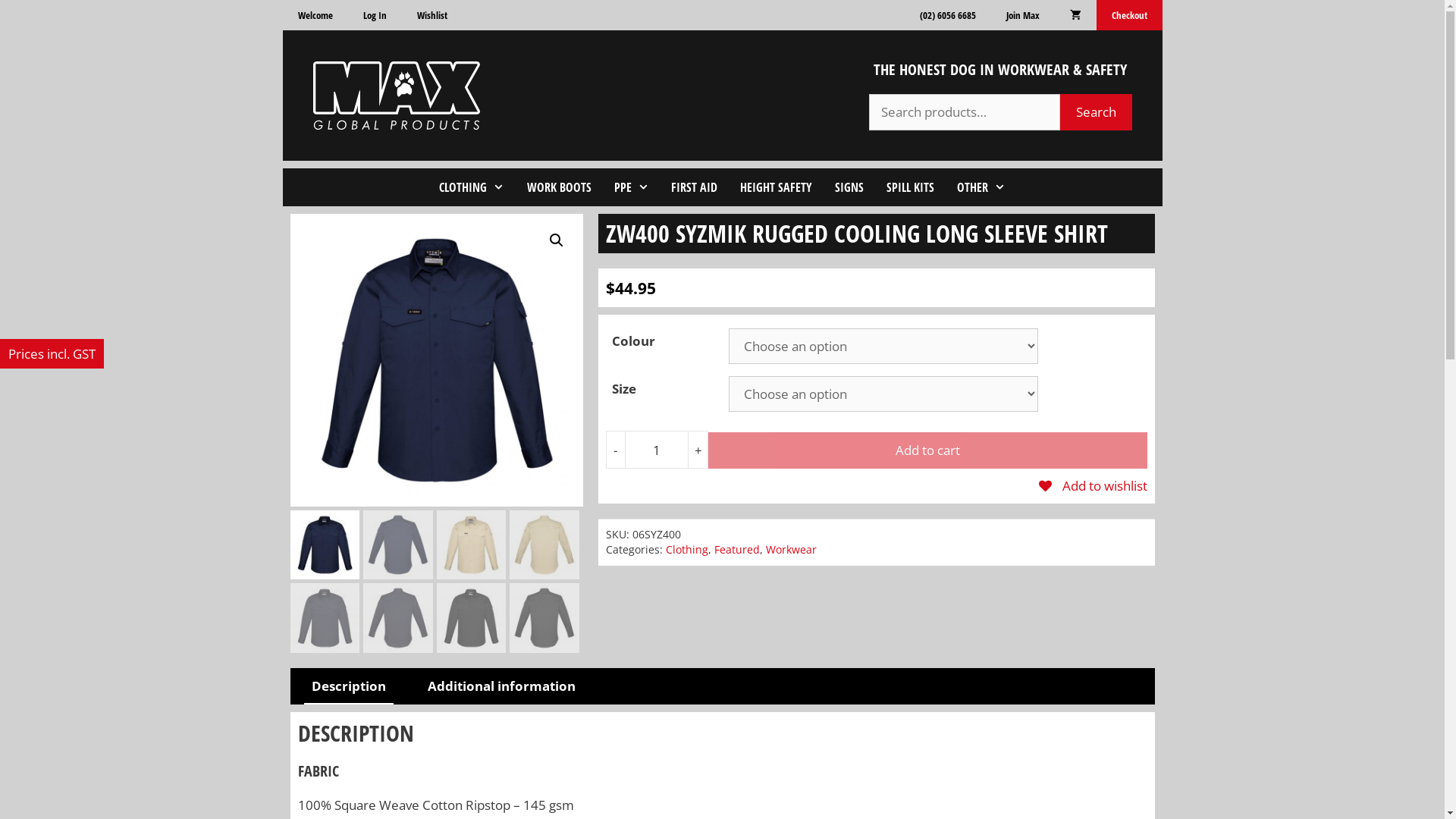  Describe the element at coordinates (927, 450) in the screenshot. I see `'Add to cart'` at that location.